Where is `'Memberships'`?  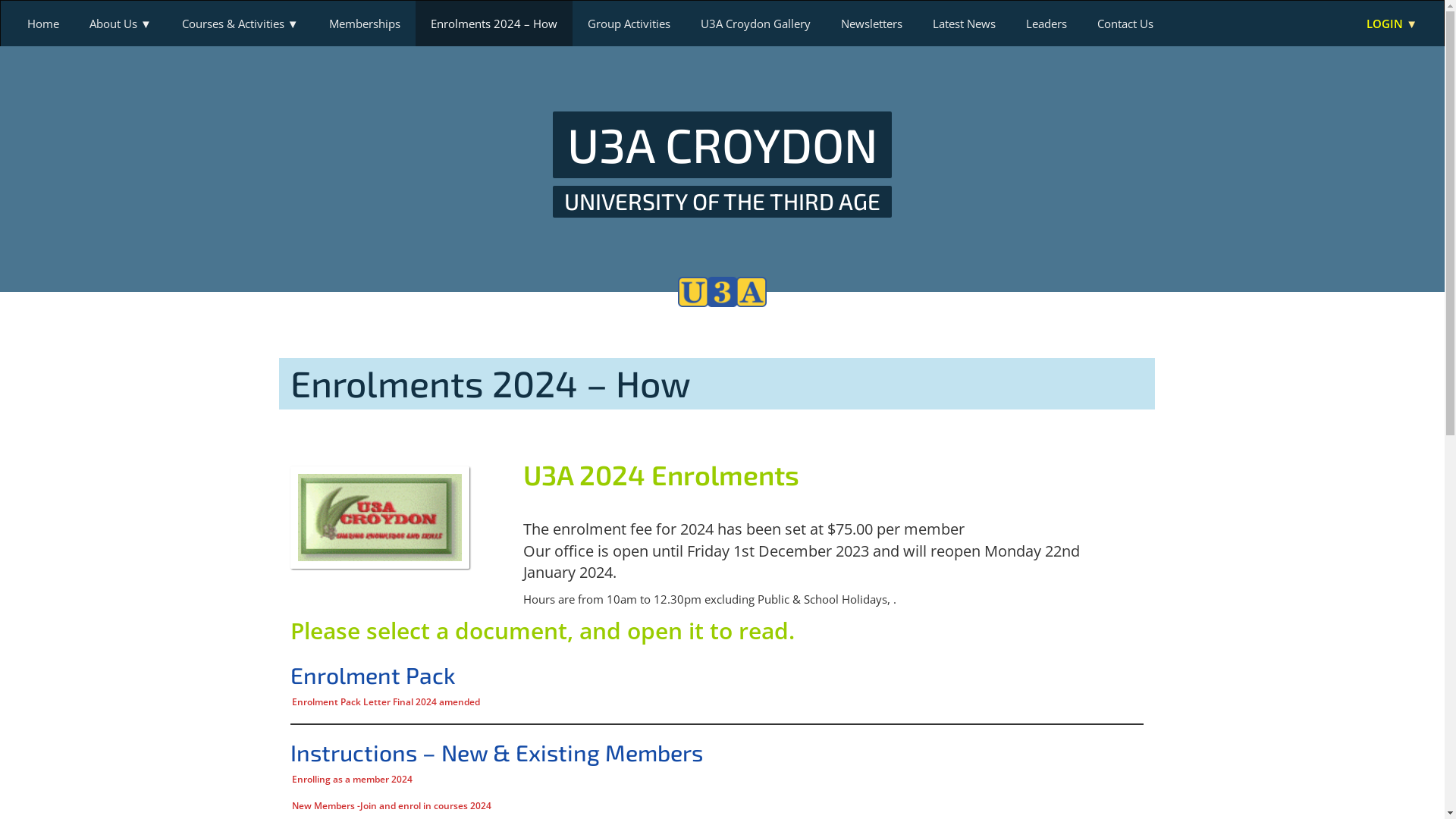
'Memberships' is located at coordinates (364, 23).